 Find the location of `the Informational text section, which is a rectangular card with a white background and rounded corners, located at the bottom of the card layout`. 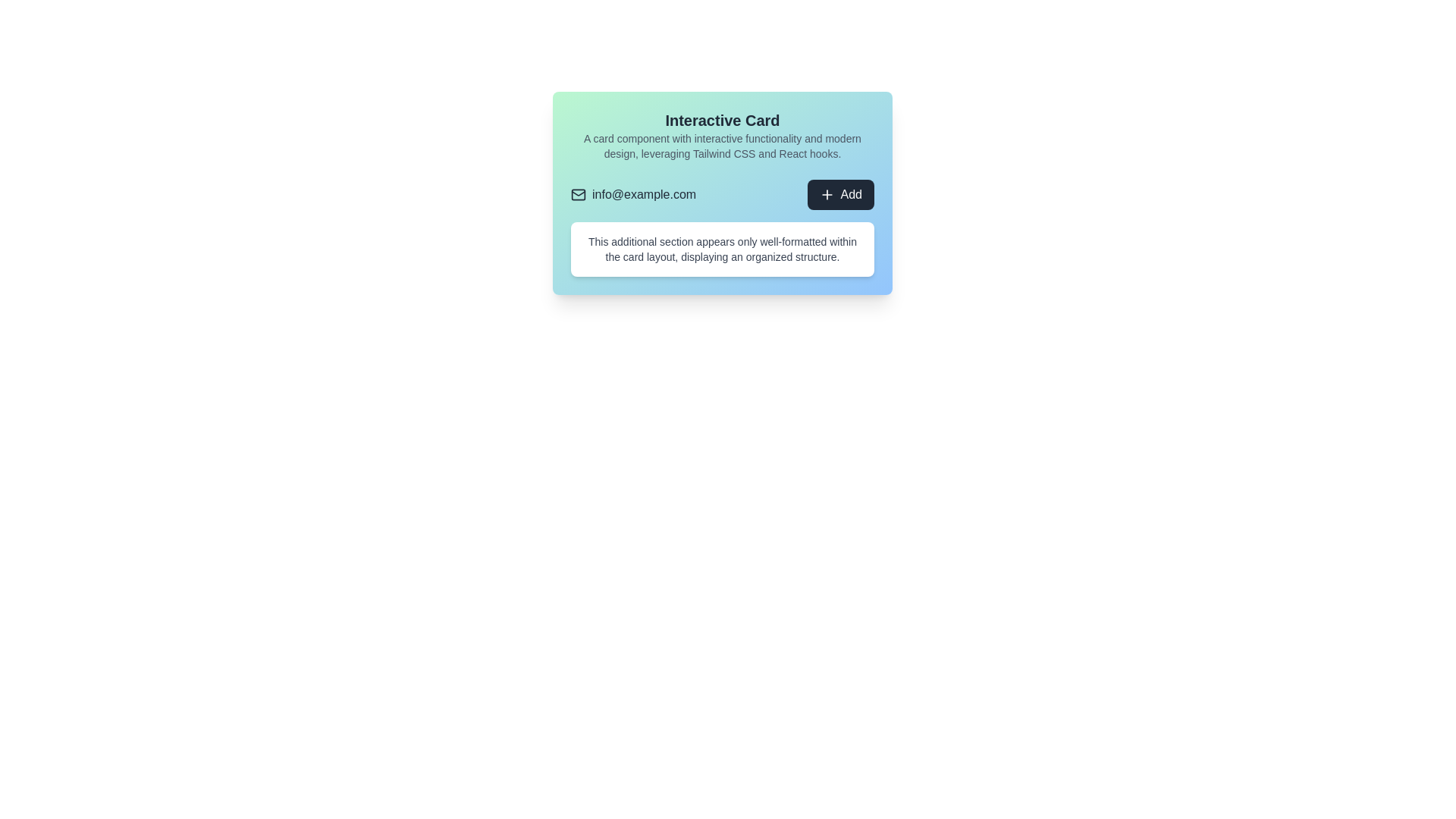

the Informational text section, which is a rectangular card with a white background and rounded corners, located at the bottom of the card layout is located at coordinates (722, 248).